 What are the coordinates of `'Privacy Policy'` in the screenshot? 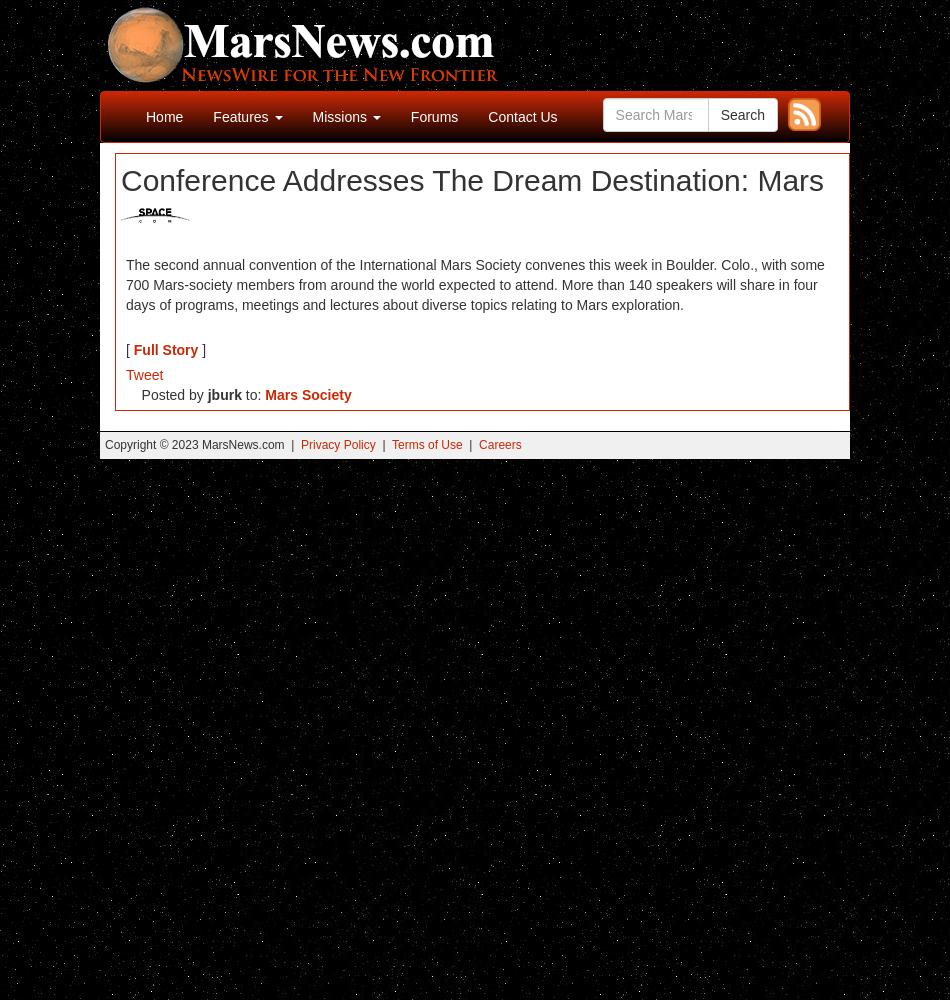 It's located at (337, 444).